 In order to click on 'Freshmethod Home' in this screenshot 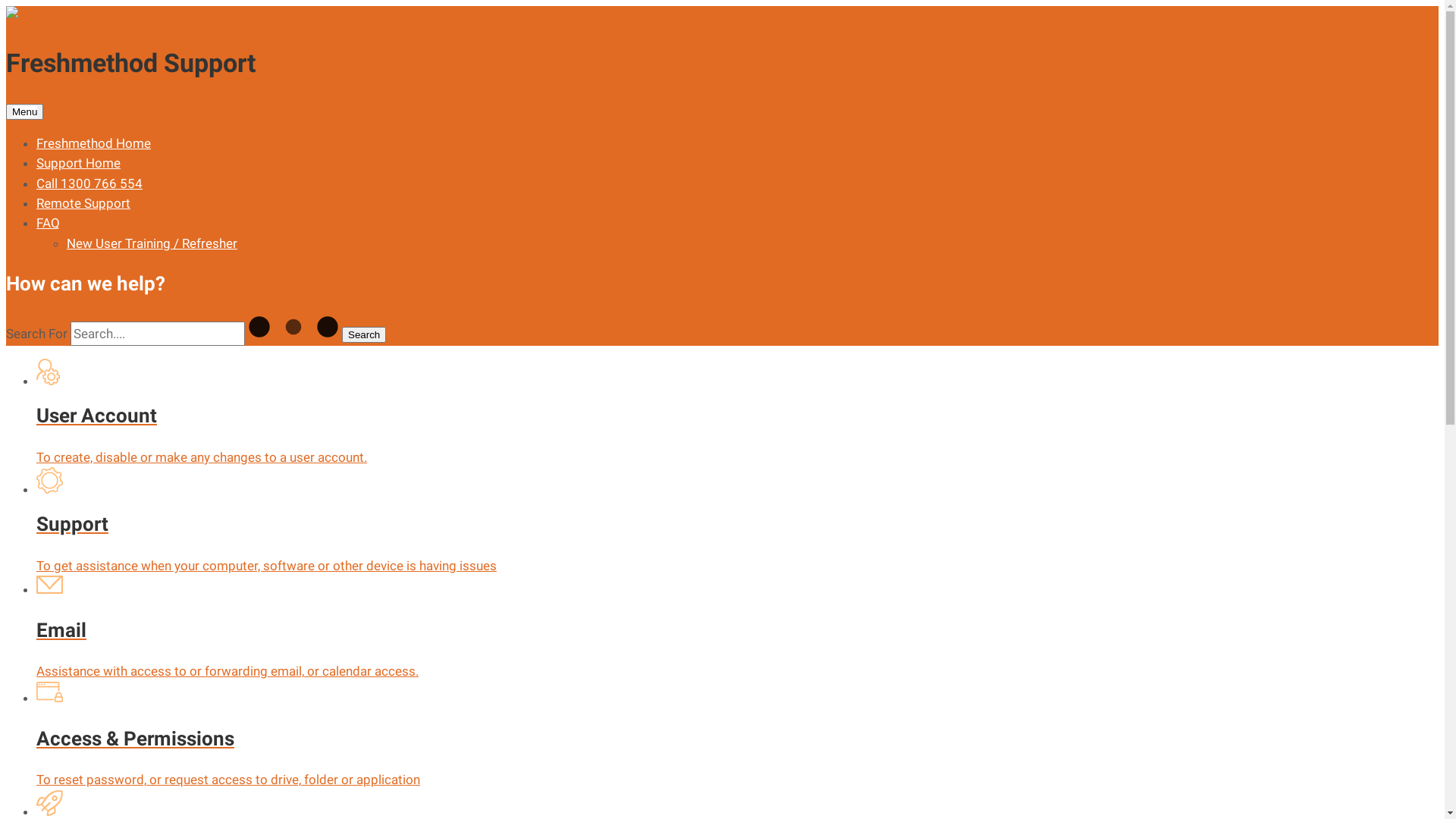, I will do `click(36, 143)`.